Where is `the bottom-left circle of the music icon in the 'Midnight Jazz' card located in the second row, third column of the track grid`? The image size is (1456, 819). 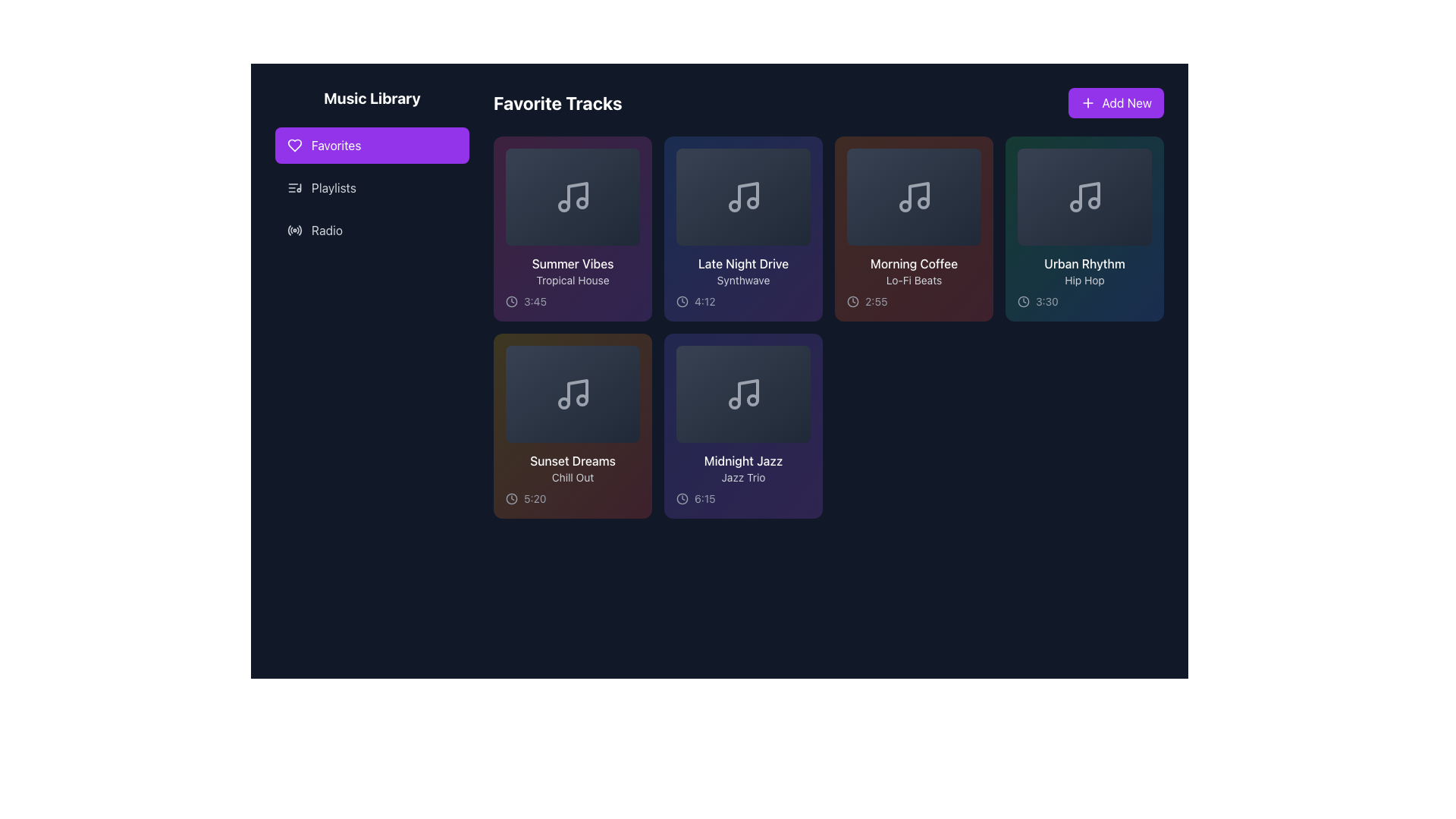 the bottom-left circle of the music icon in the 'Midnight Jazz' card located in the second row, third column of the track grid is located at coordinates (734, 403).